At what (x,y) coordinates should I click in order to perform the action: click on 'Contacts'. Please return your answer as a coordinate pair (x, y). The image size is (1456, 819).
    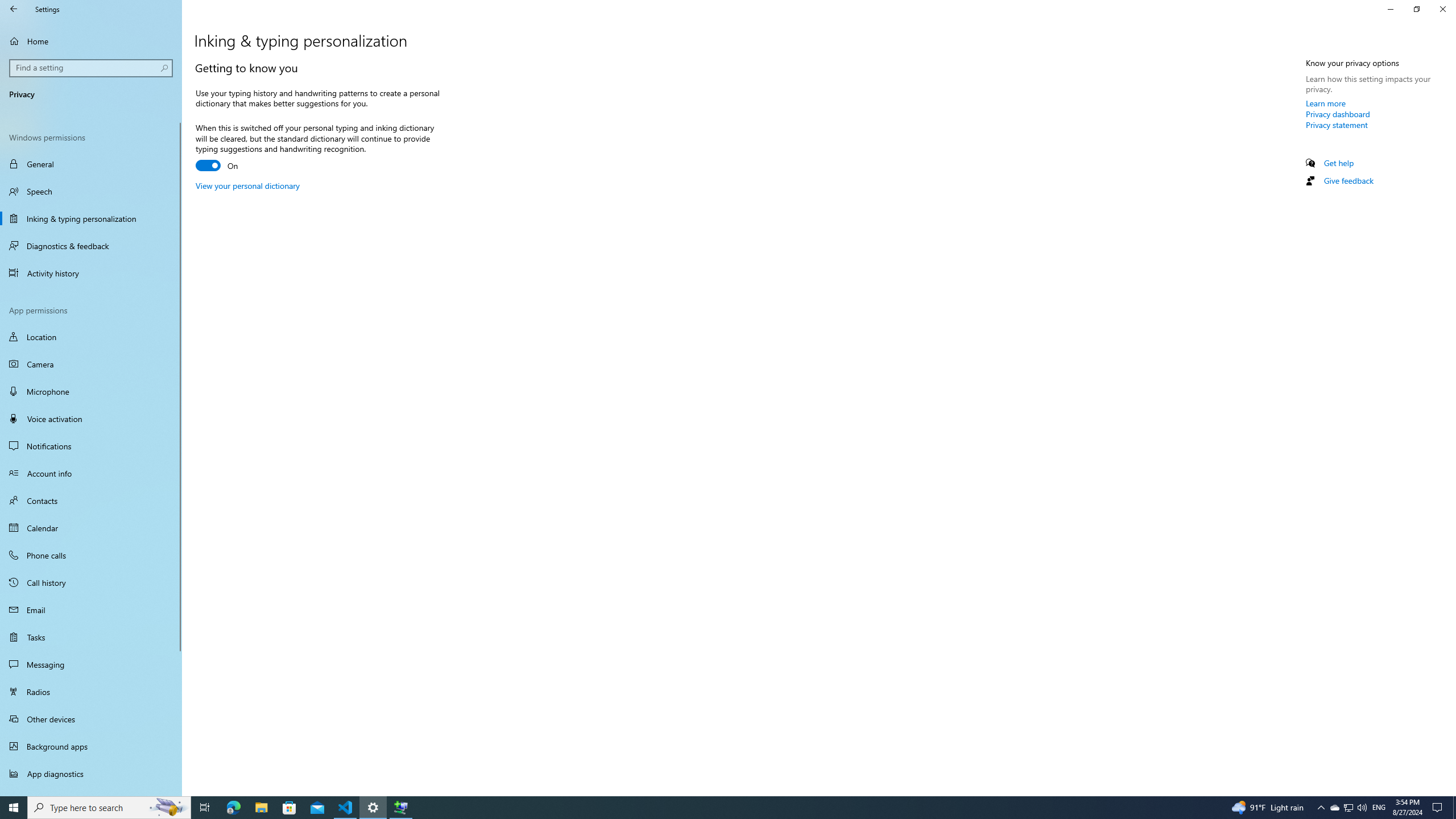
    Looking at the image, I should click on (90, 499).